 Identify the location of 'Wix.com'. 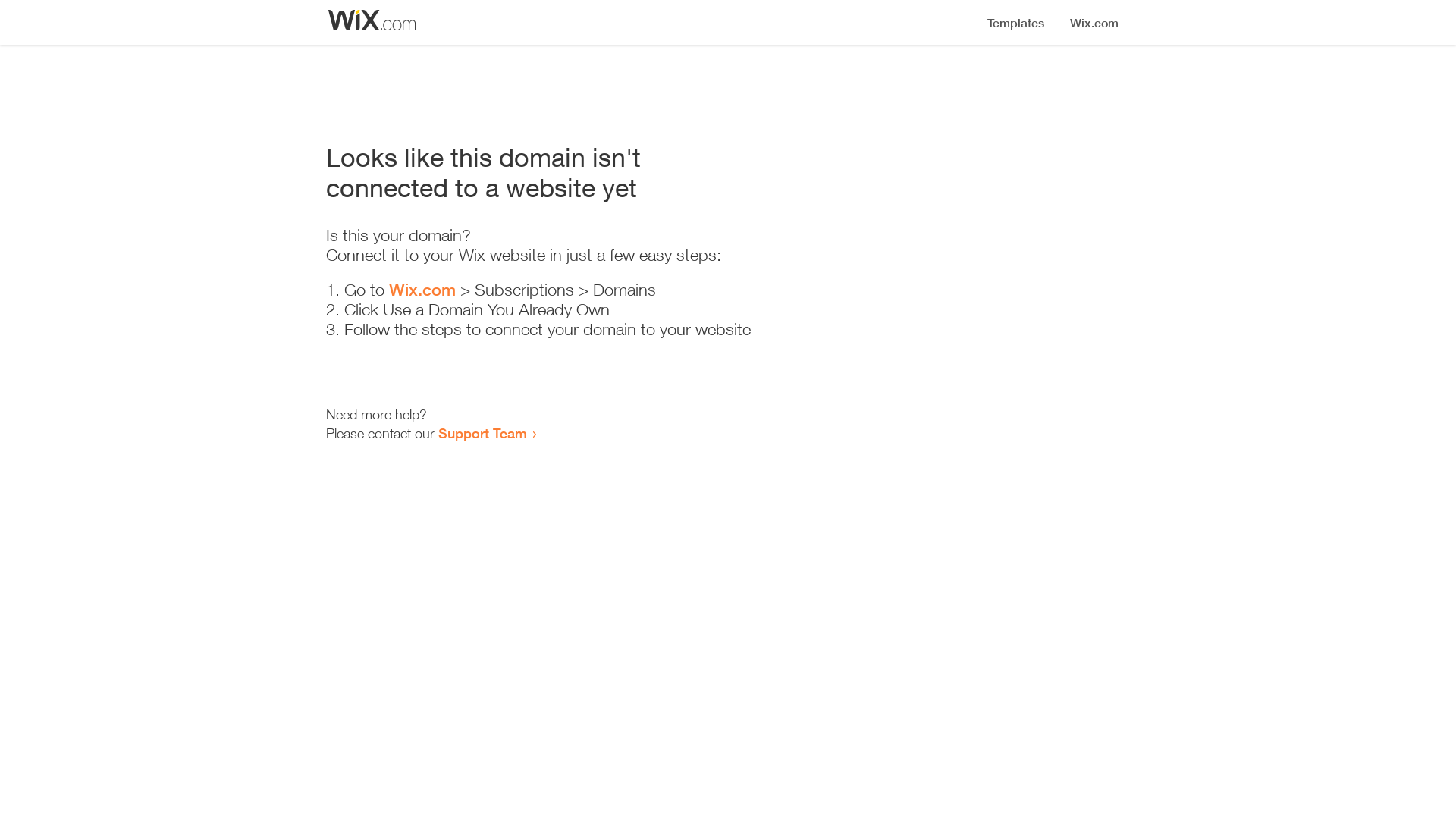
(389, 289).